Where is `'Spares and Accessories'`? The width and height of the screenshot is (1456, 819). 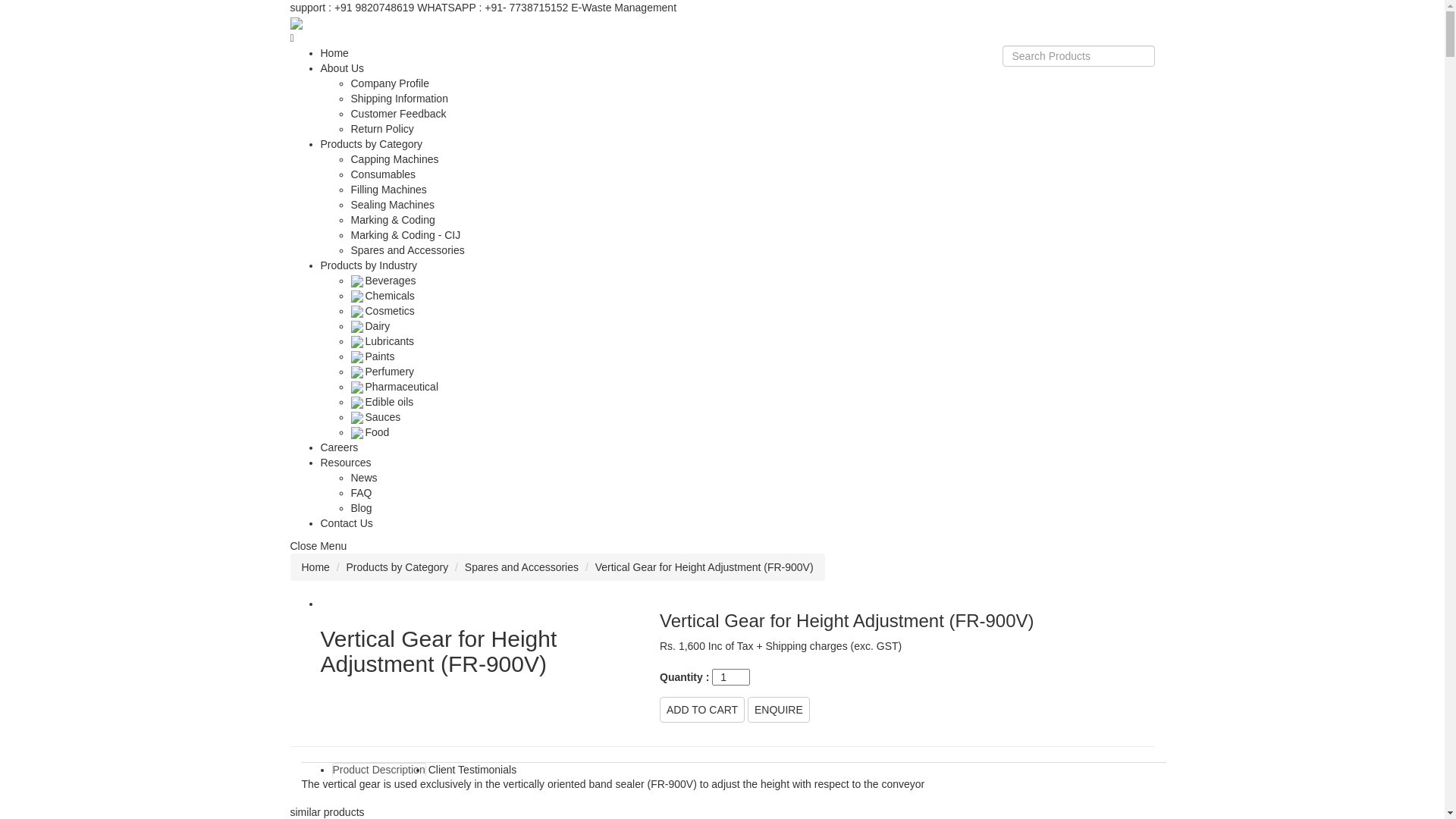
'Spares and Accessories' is located at coordinates (407, 249).